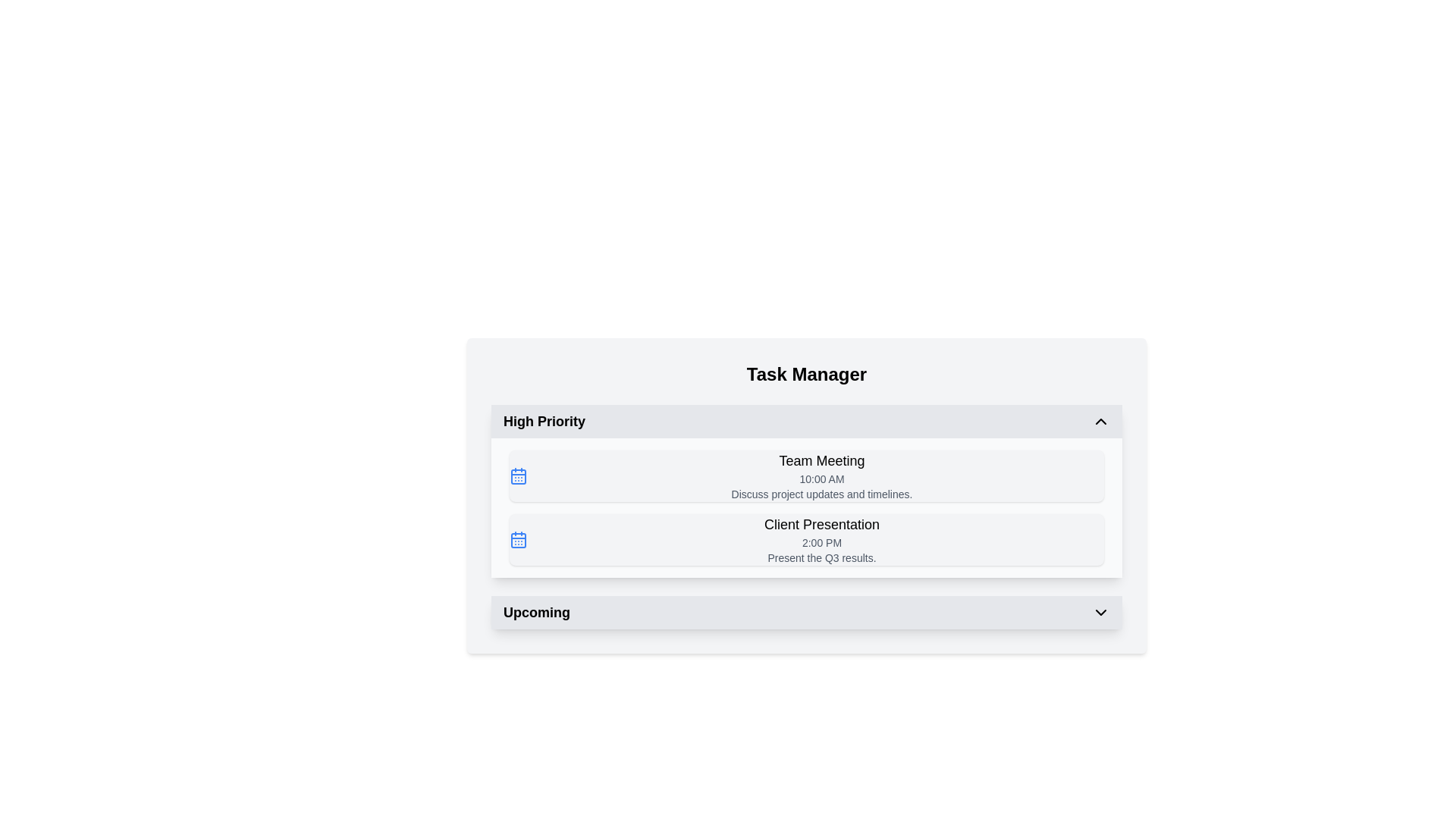 This screenshot has width=1456, height=819. What do you see at coordinates (821, 523) in the screenshot?
I see `the 'Client Presentation' text label, which is styled in bold and larger font, from its current position in the 'High Priority' section` at bounding box center [821, 523].